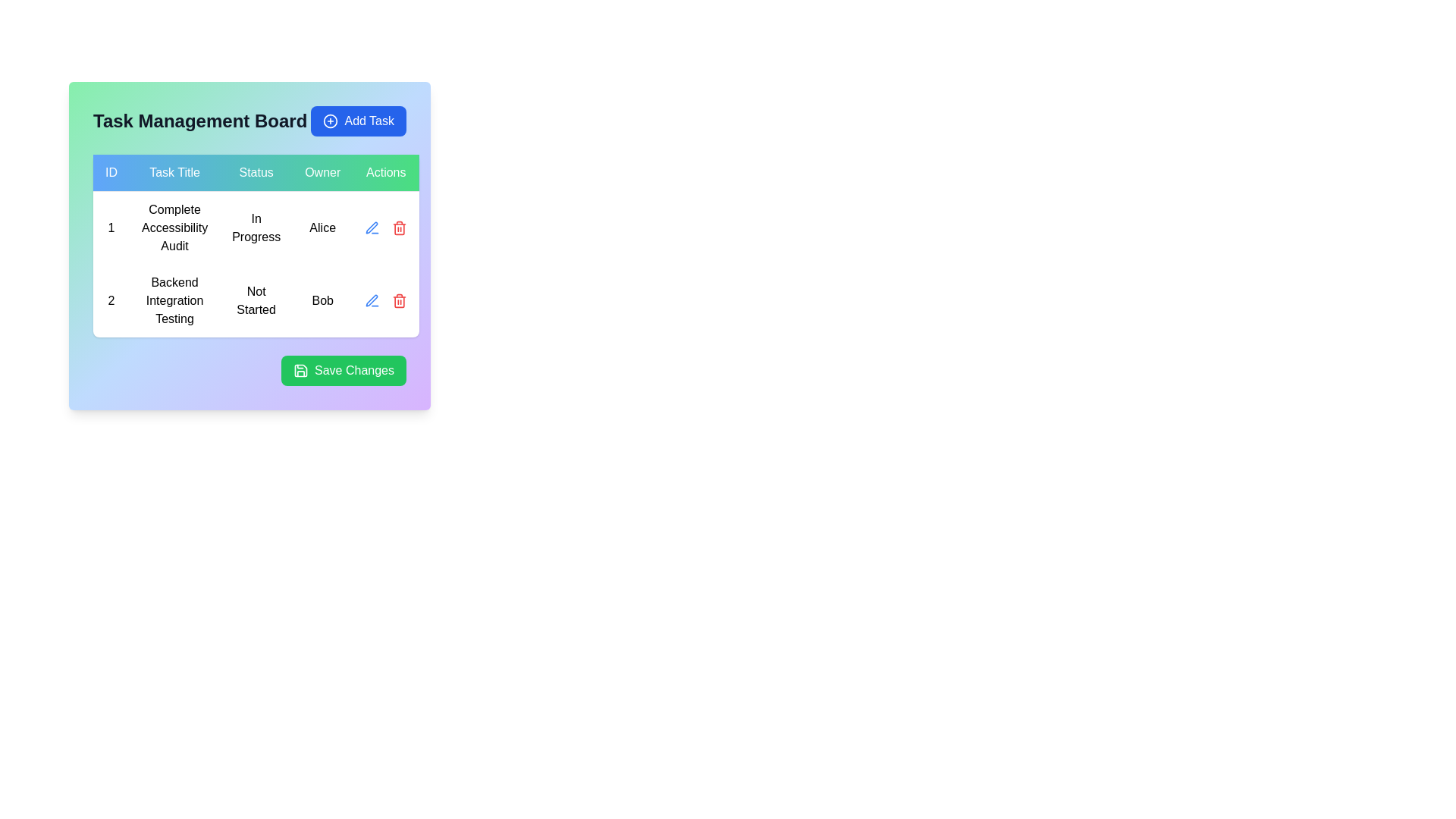  What do you see at coordinates (256, 172) in the screenshot?
I see `the 'Status' header text, which is the third column header in a table, rendered in white text within a green rectangular cell` at bounding box center [256, 172].